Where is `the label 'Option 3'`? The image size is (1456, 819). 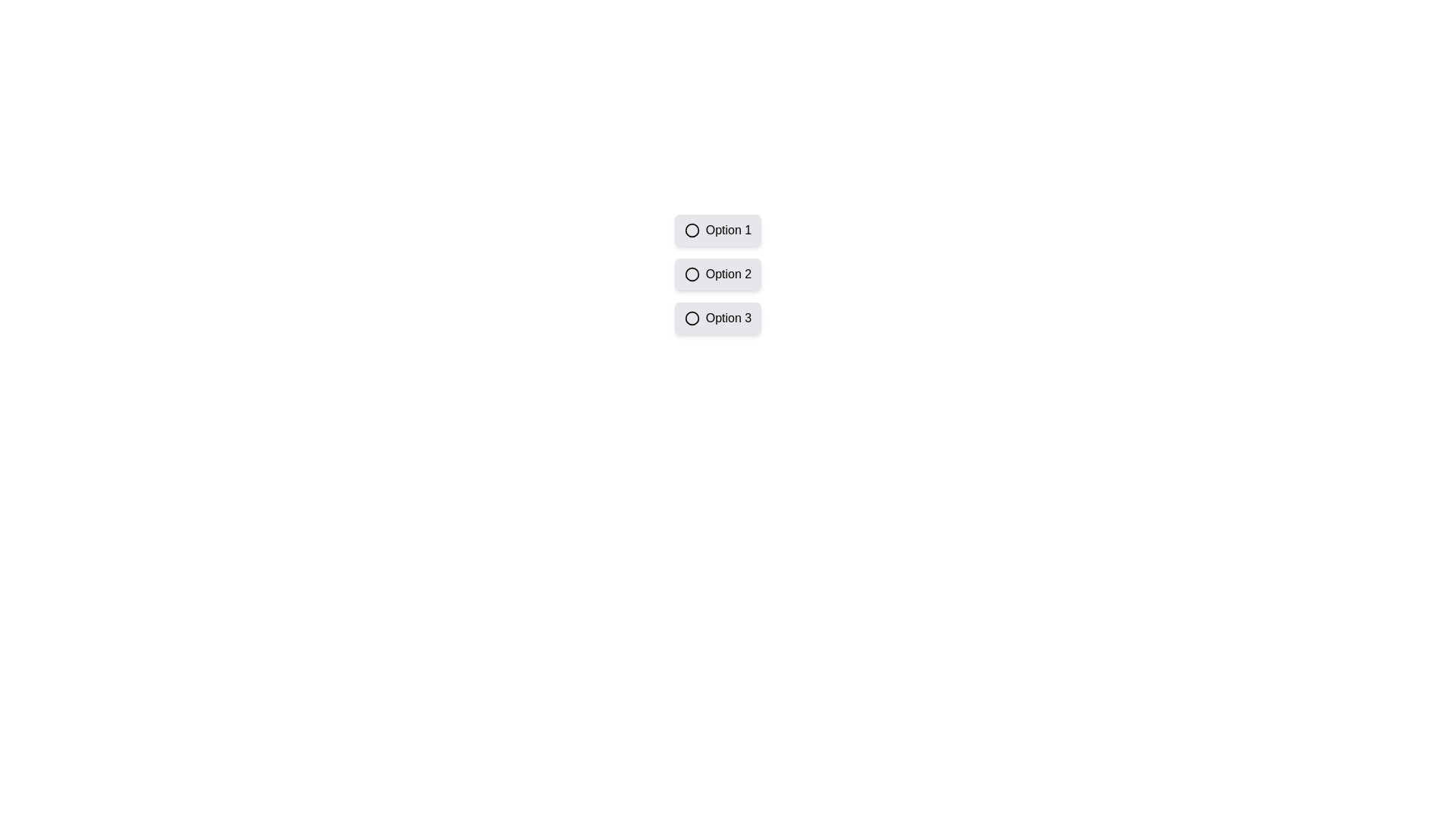
the label 'Option 3' is located at coordinates (728, 318).